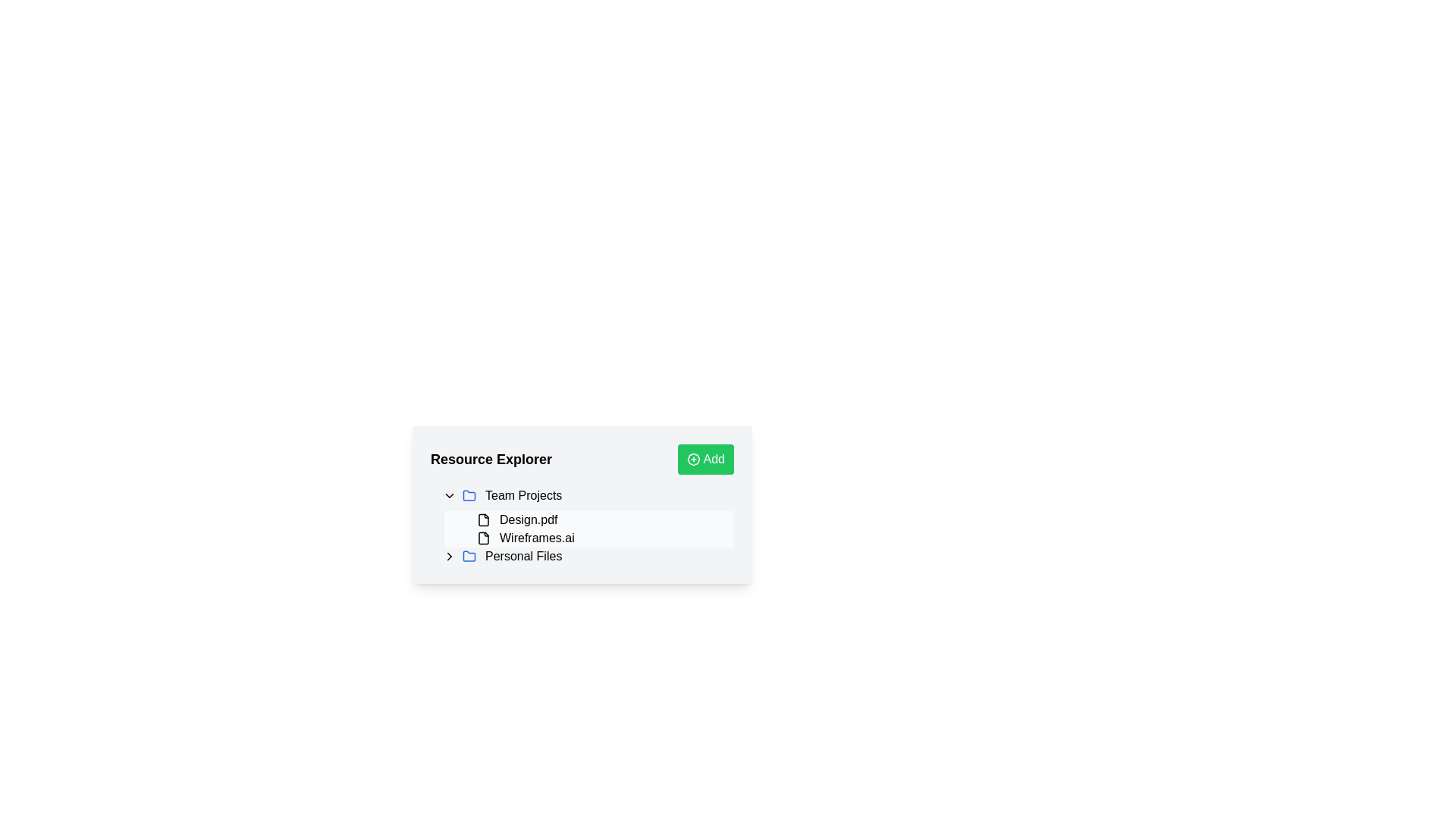 The width and height of the screenshot is (1456, 819). Describe the element at coordinates (449, 556) in the screenshot. I see `the chevron icon next to the 'Personal Files' folder` at that location.